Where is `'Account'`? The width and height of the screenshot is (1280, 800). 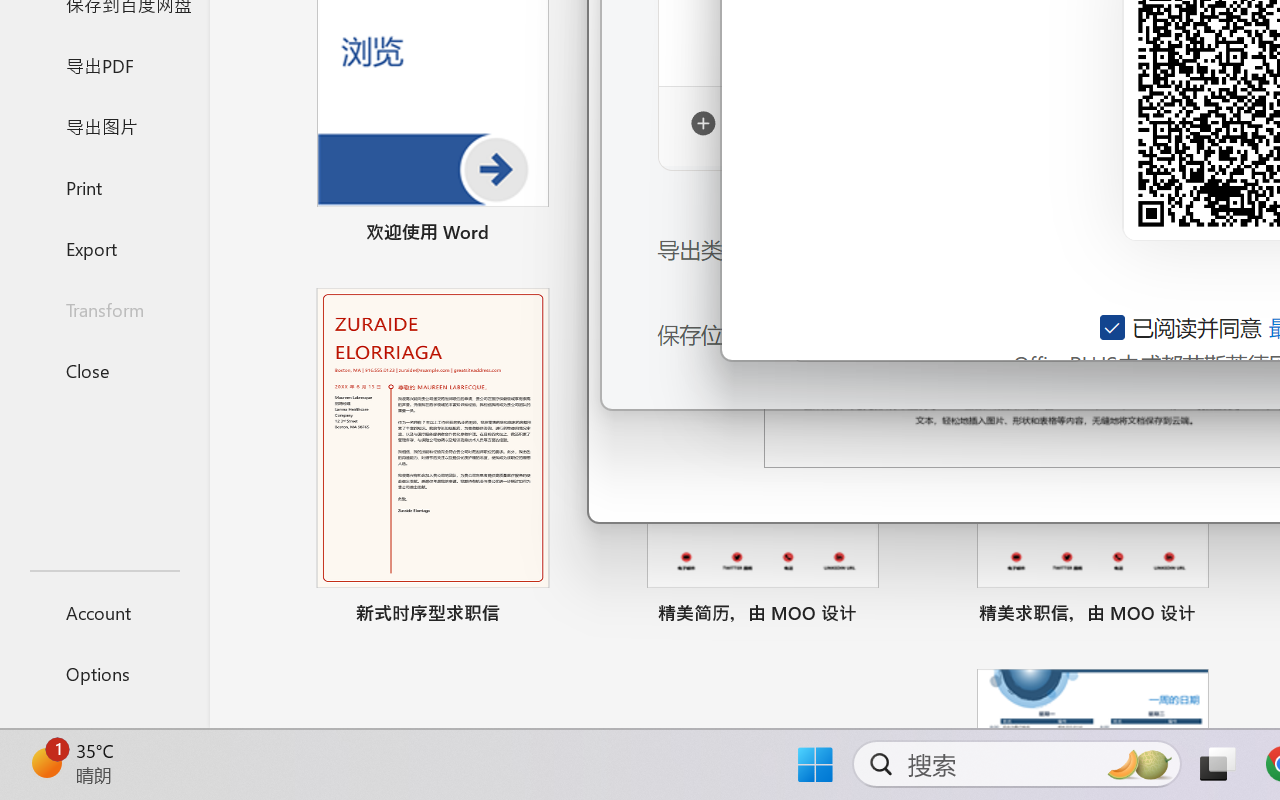
'Account' is located at coordinates (103, 612).